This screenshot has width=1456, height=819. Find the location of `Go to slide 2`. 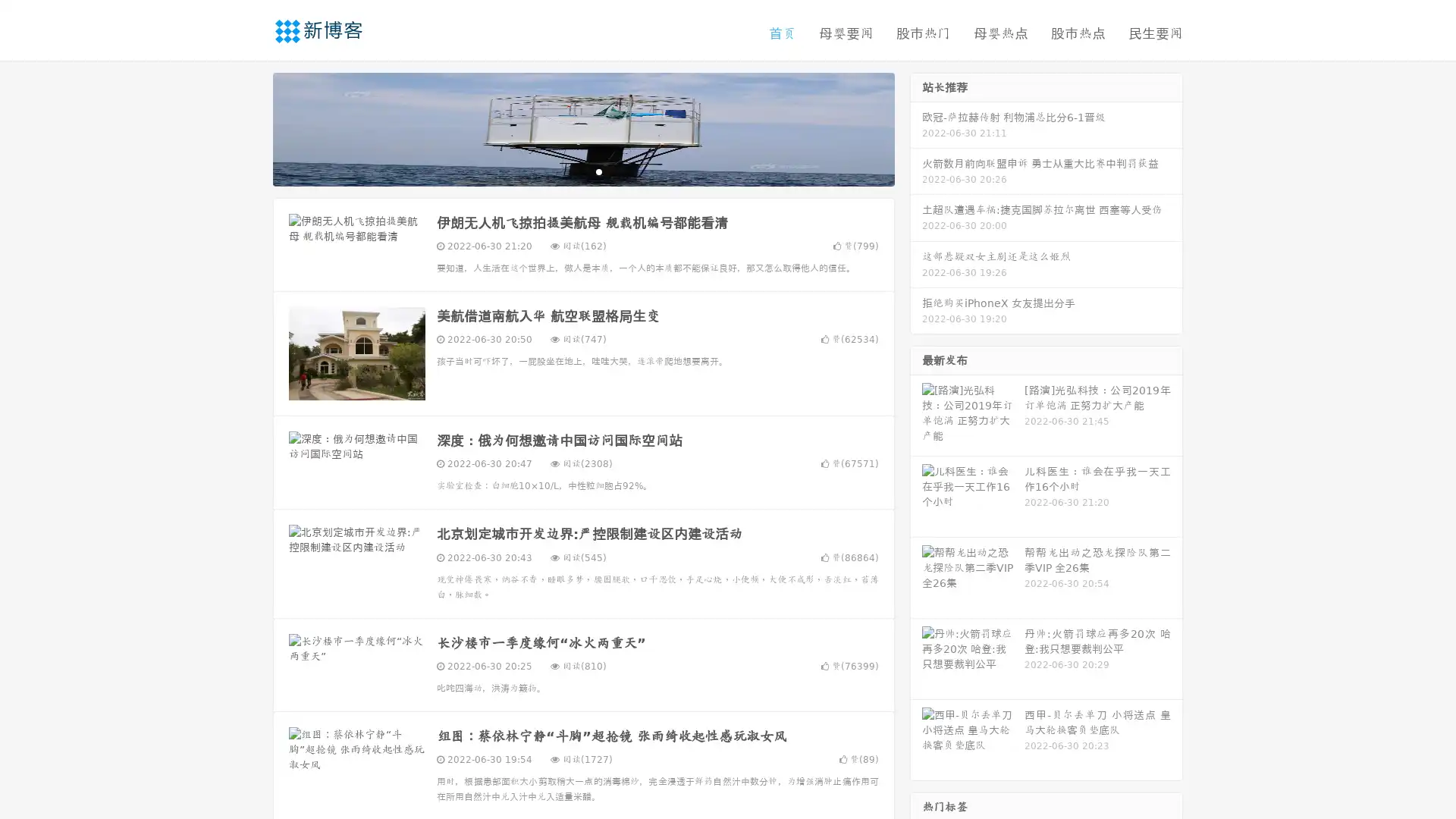

Go to slide 2 is located at coordinates (582, 171).